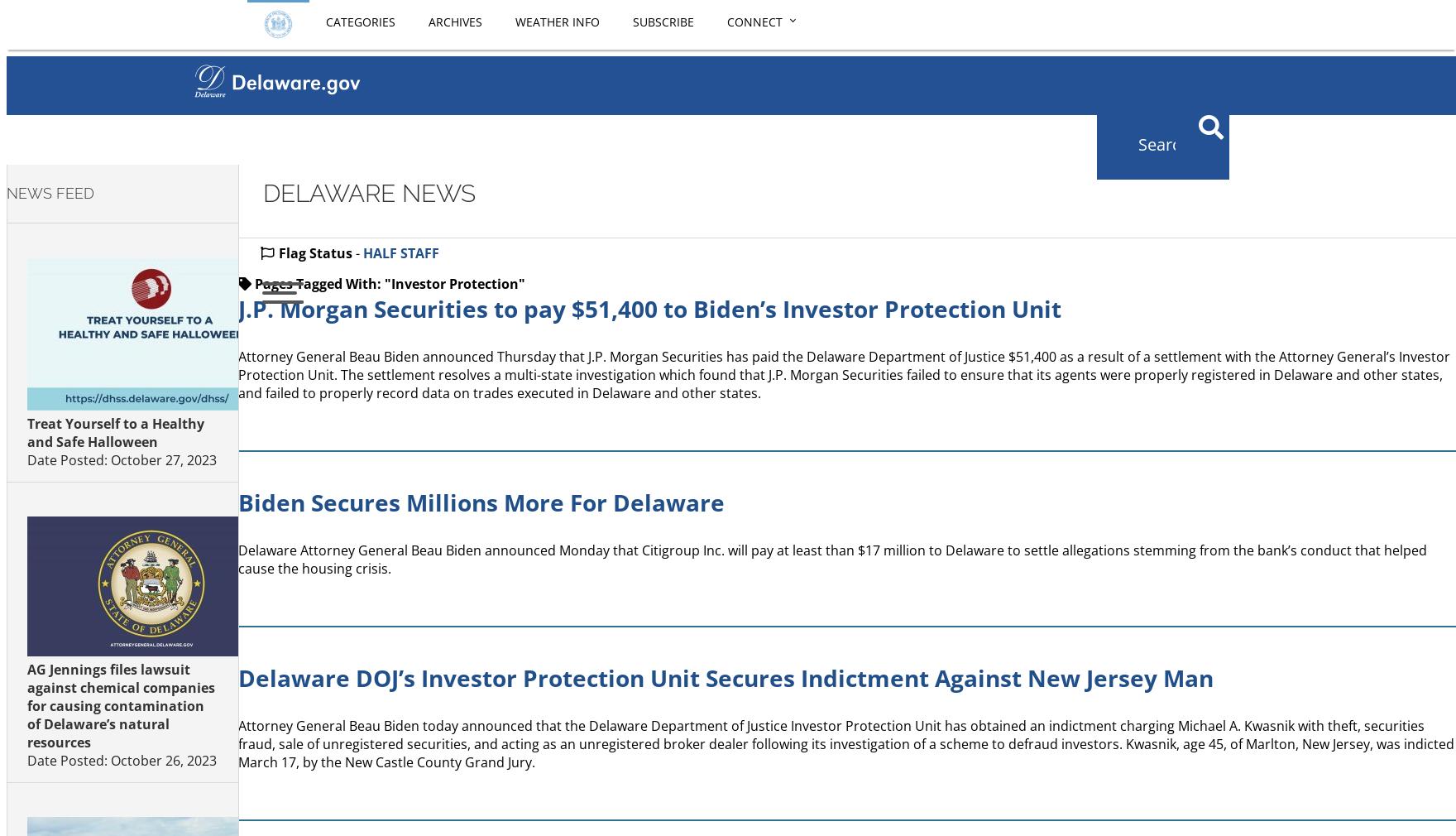 This screenshot has width=1456, height=836. I want to click on 'NEWS FEED', so click(50, 192).